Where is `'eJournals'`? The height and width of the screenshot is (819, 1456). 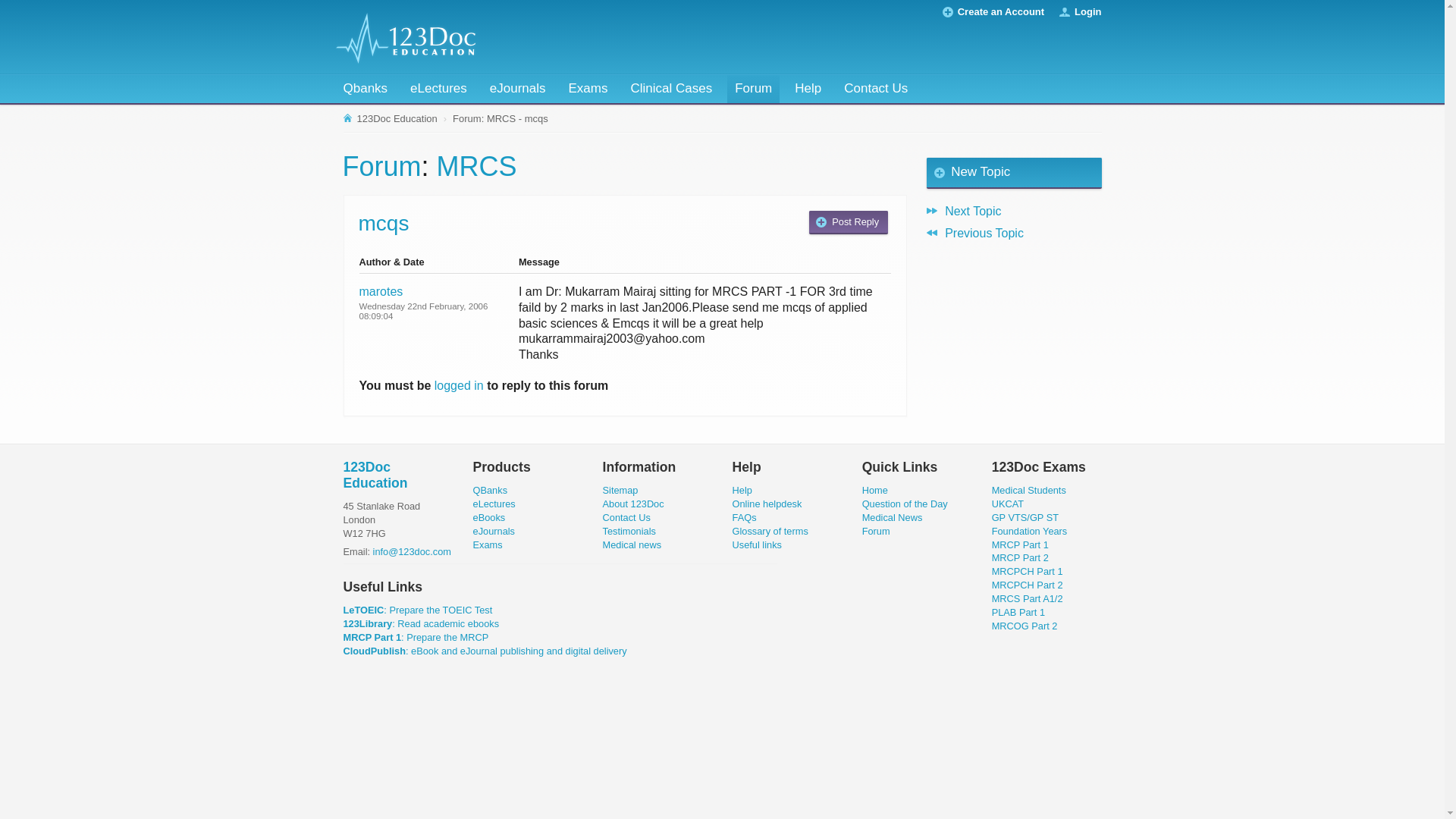
'eJournals' is located at coordinates (481, 89).